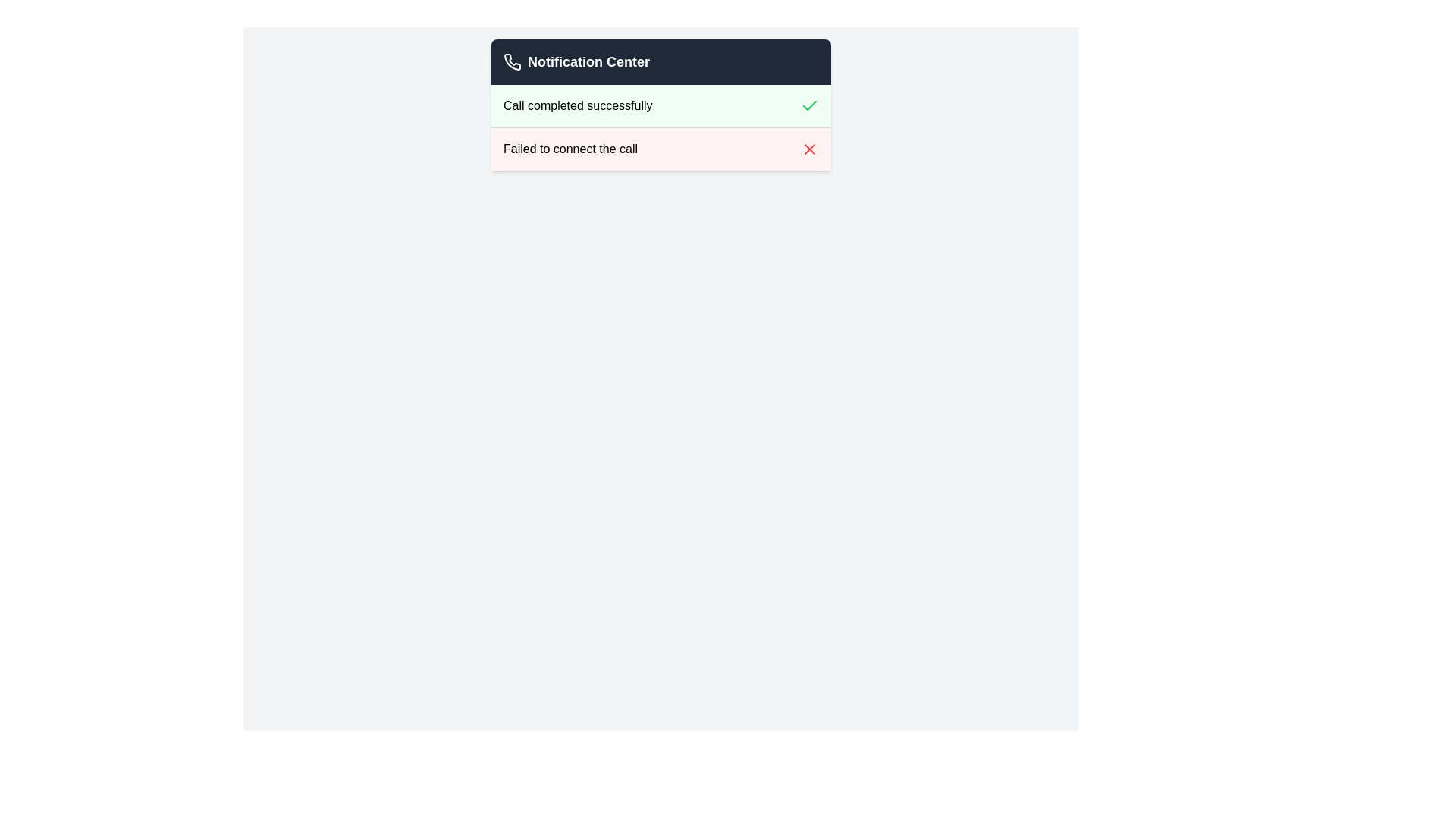 The image size is (1456, 819). What do you see at coordinates (661, 149) in the screenshot?
I see `the error notification box that indicates a failed call connection attempt, located directly below the 'Call completed successfully' notification in the notification panel` at bounding box center [661, 149].